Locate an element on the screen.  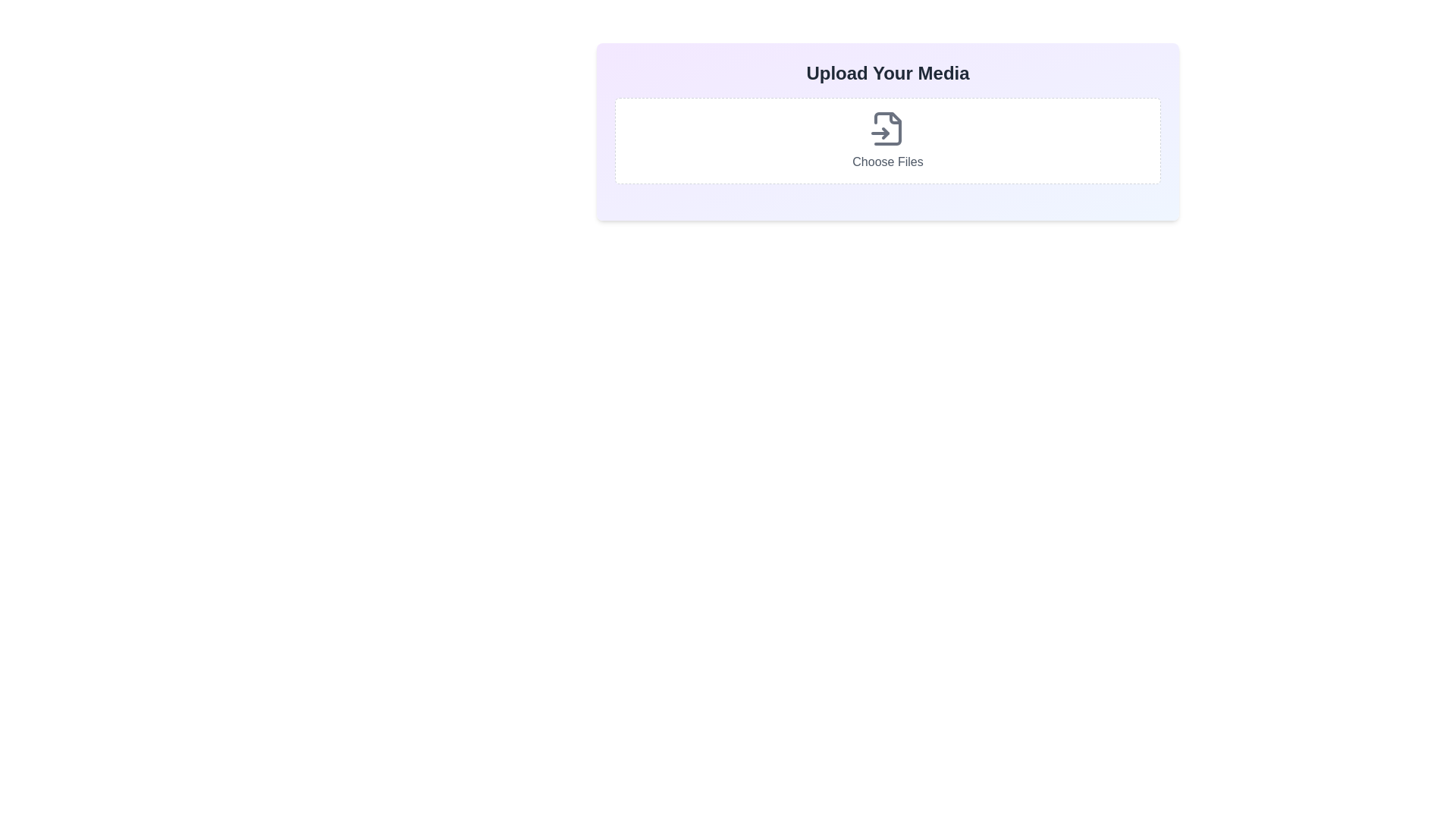
the area surrounding the SVG file input icon is located at coordinates (895, 117).